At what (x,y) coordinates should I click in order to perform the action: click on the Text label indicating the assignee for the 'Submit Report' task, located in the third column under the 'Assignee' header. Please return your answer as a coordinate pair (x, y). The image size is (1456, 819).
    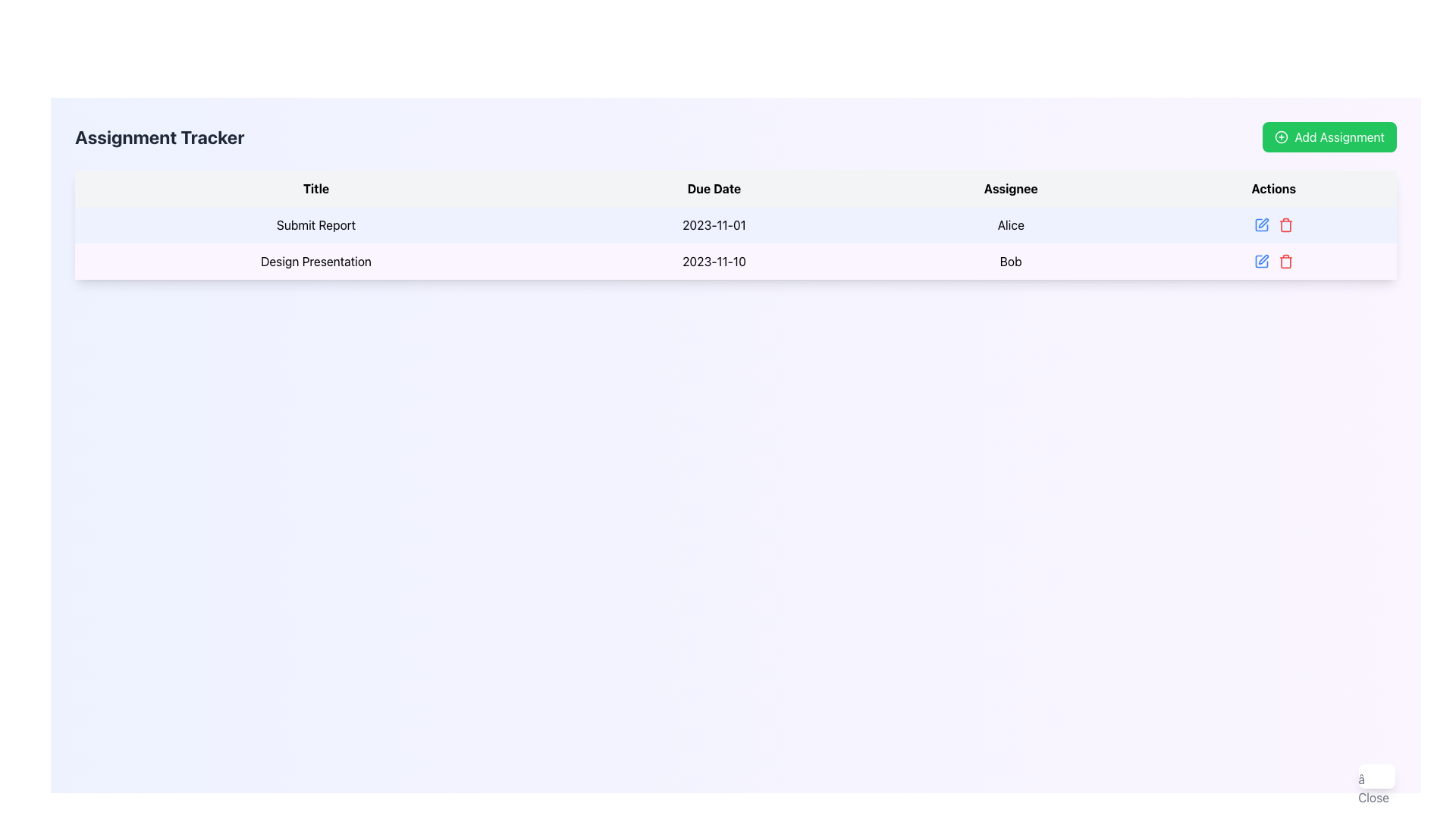
    Looking at the image, I should click on (1011, 225).